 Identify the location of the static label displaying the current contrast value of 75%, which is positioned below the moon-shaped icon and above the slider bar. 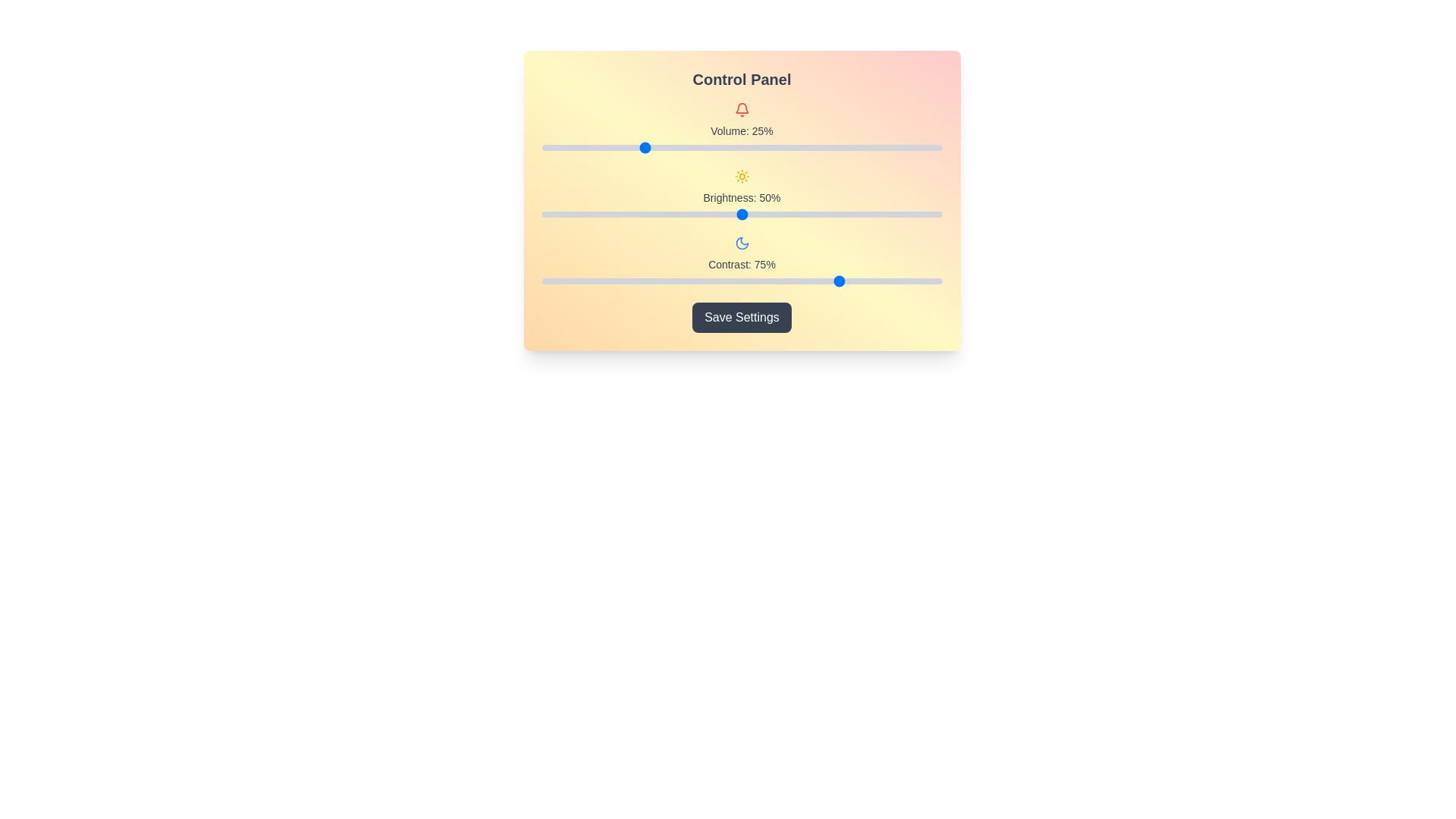
(742, 263).